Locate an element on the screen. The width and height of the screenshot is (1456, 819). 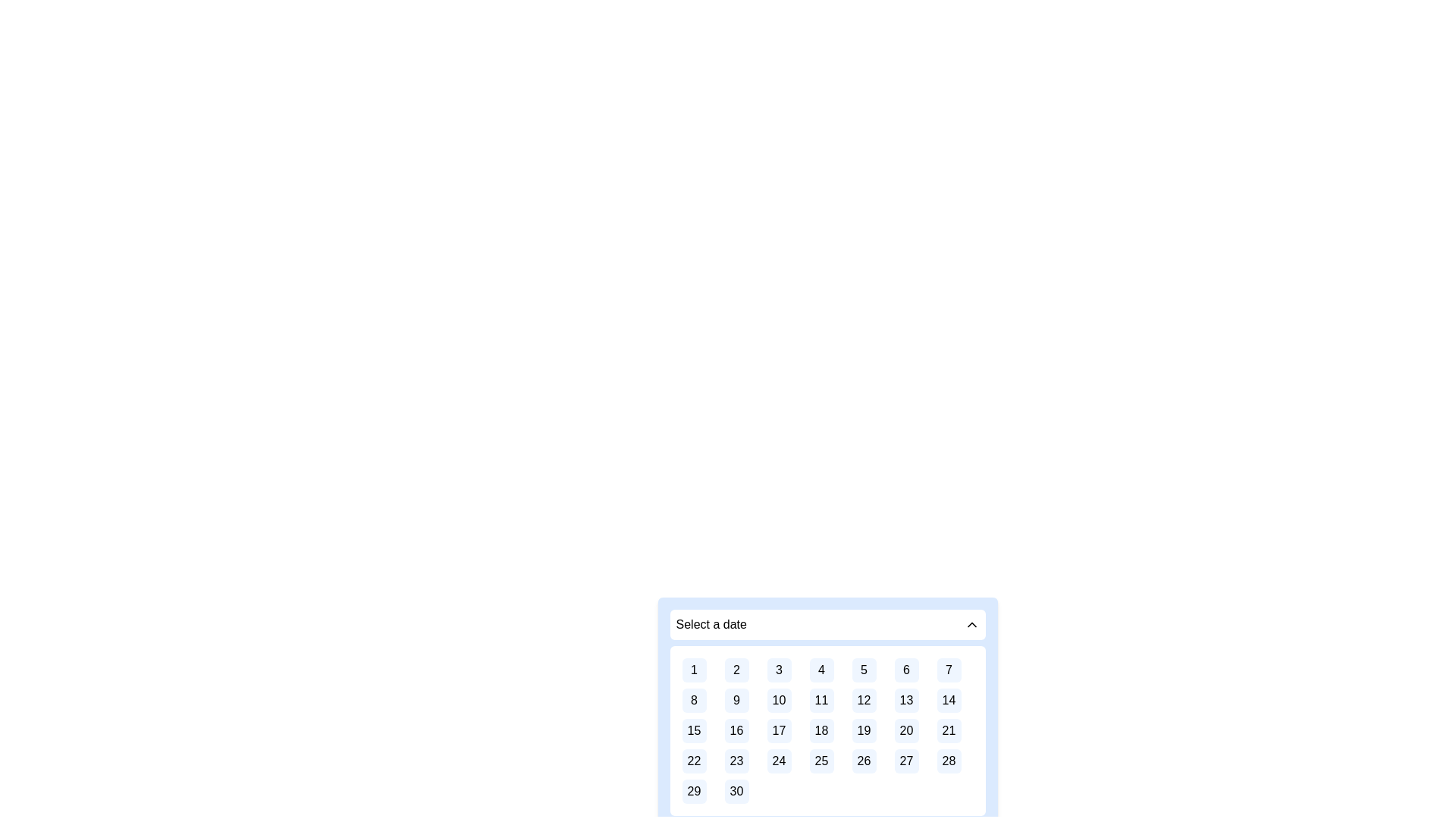
the button with the number '29', which is a square button with a light blue background and rounded corners is located at coordinates (693, 791).